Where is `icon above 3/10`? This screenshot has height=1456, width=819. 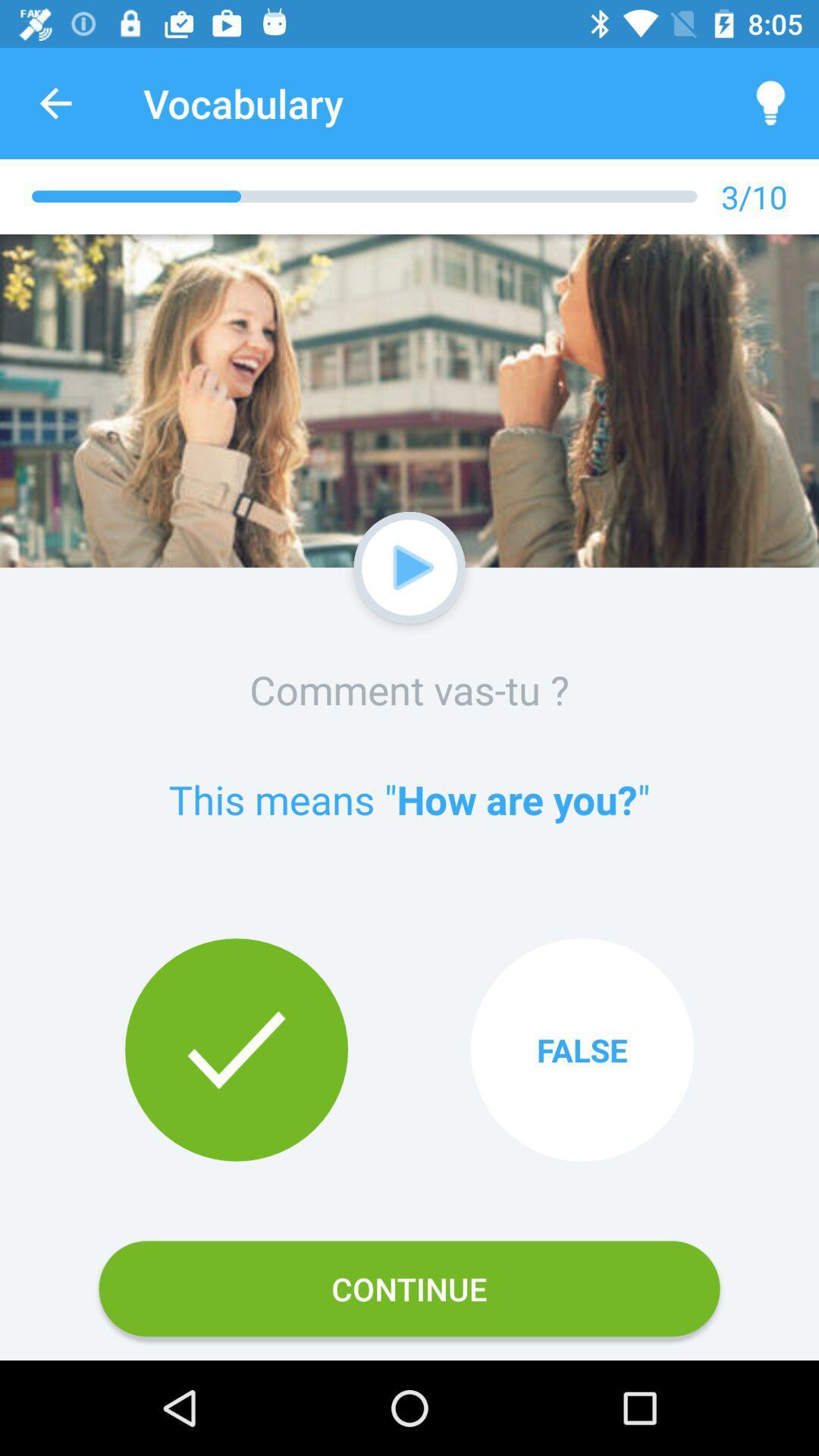
icon above 3/10 is located at coordinates (771, 102).